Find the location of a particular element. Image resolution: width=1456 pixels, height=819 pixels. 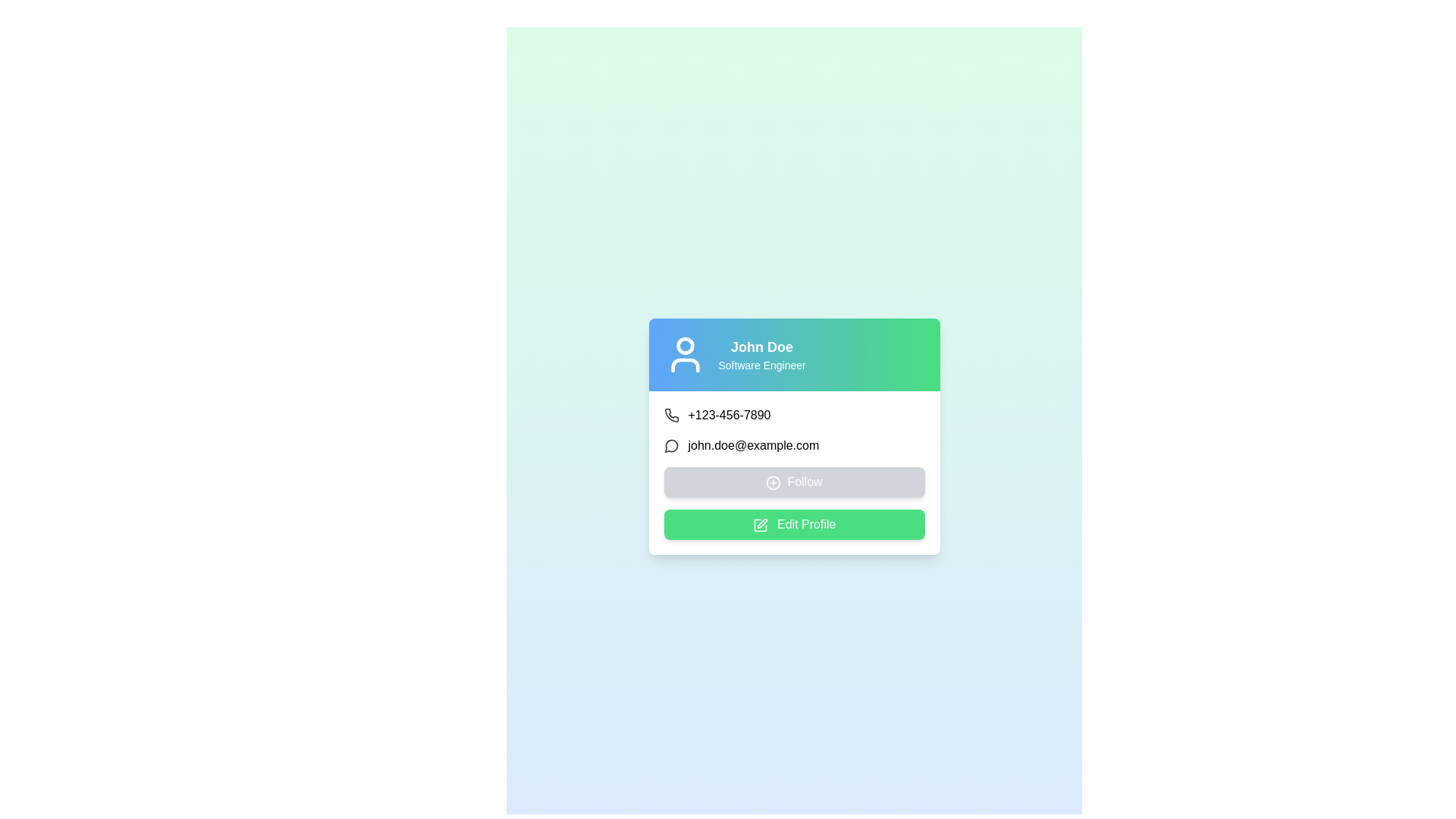

the text display that shows the user's name and job title, located in the header area of the card layout, to the right of the circular user icon is located at coordinates (762, 354).